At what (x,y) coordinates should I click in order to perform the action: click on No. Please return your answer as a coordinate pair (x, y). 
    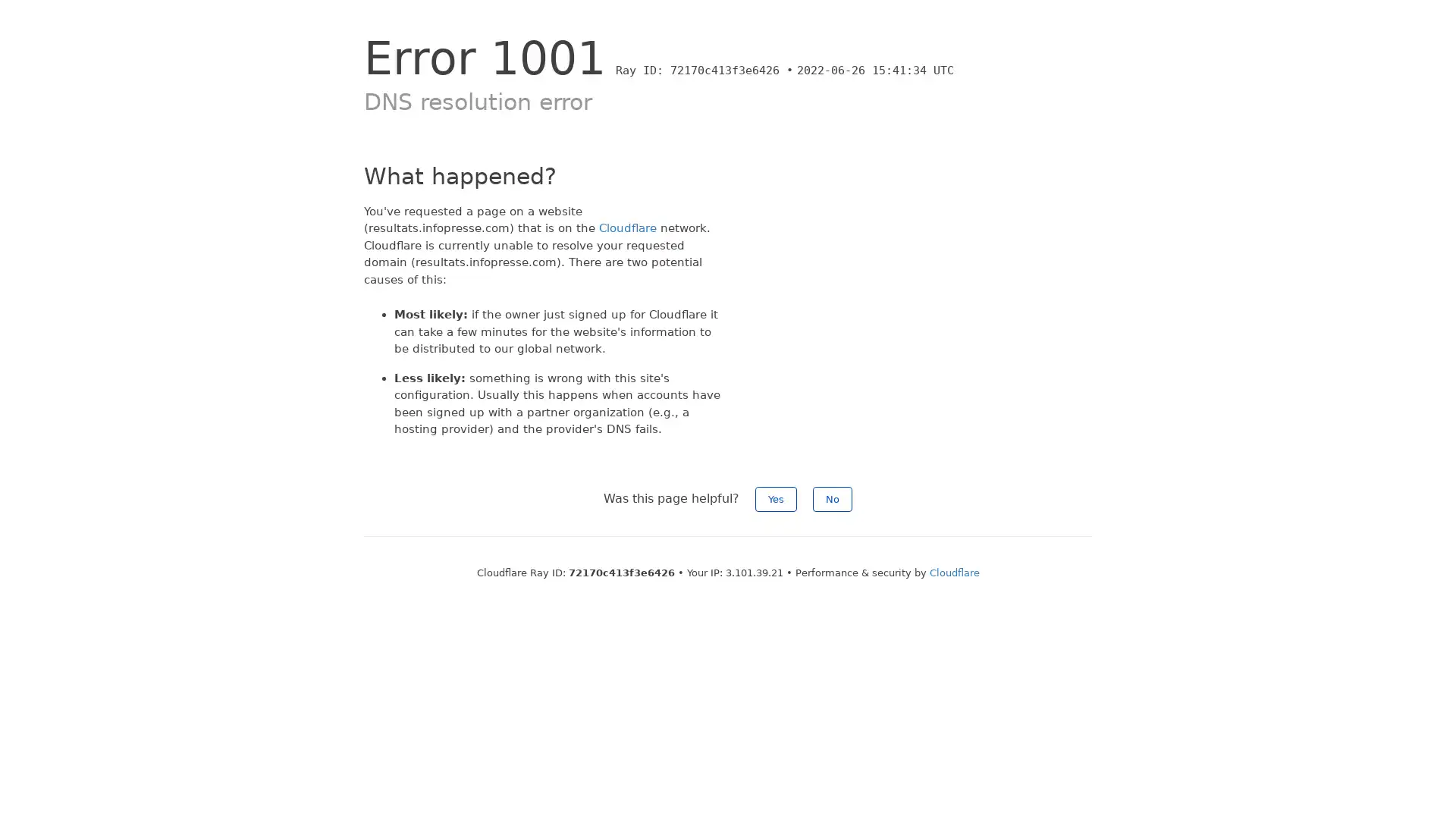
    Looking at the image, I should click on (832, 498).